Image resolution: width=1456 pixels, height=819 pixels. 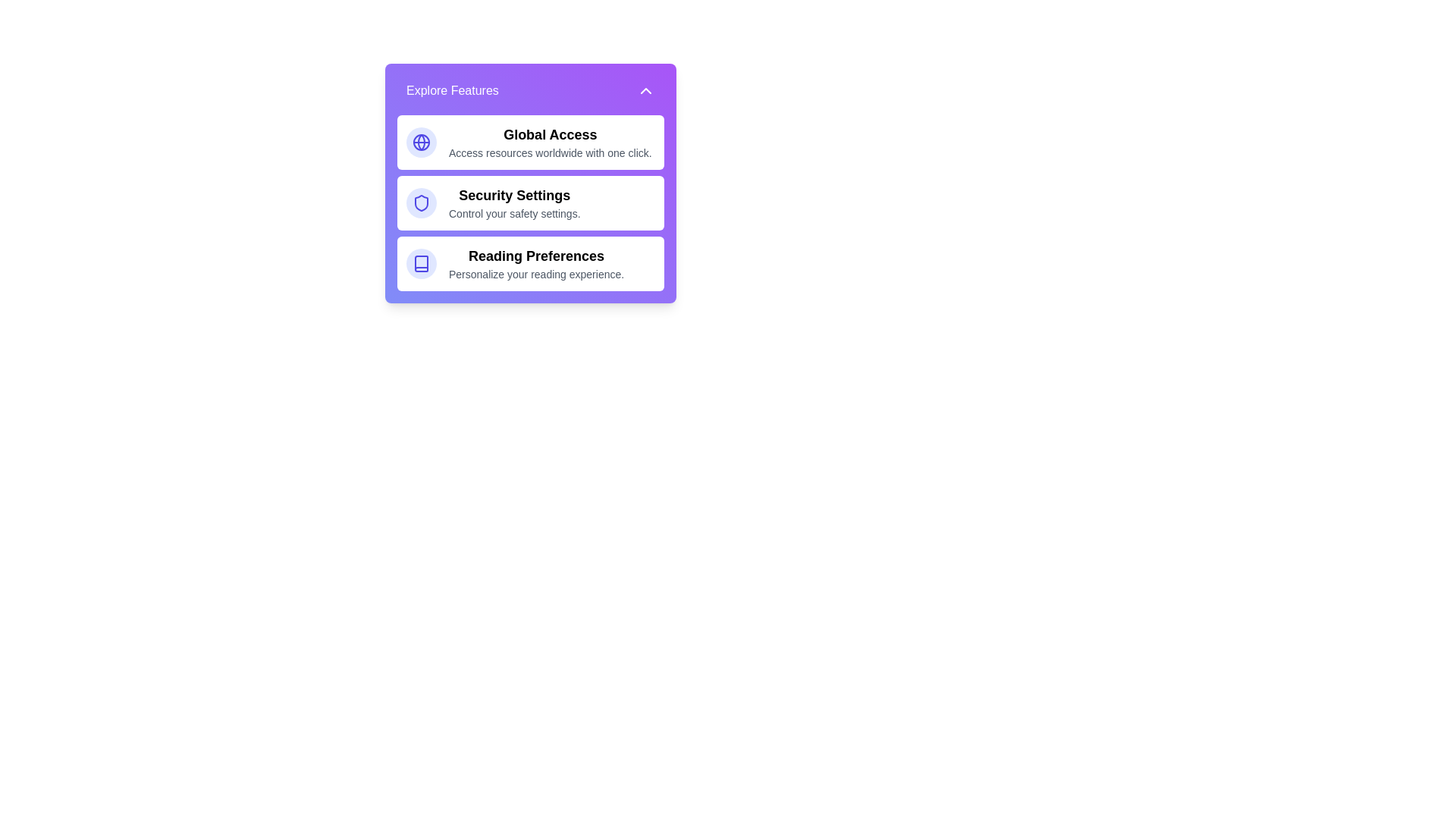 What do you see at coordinates (549, 152) in the screenshot?
I see `informational text about the 'Global Access' feature located below the section title in the first card of the vertically stacked layout` at bounding box center [549, 152].